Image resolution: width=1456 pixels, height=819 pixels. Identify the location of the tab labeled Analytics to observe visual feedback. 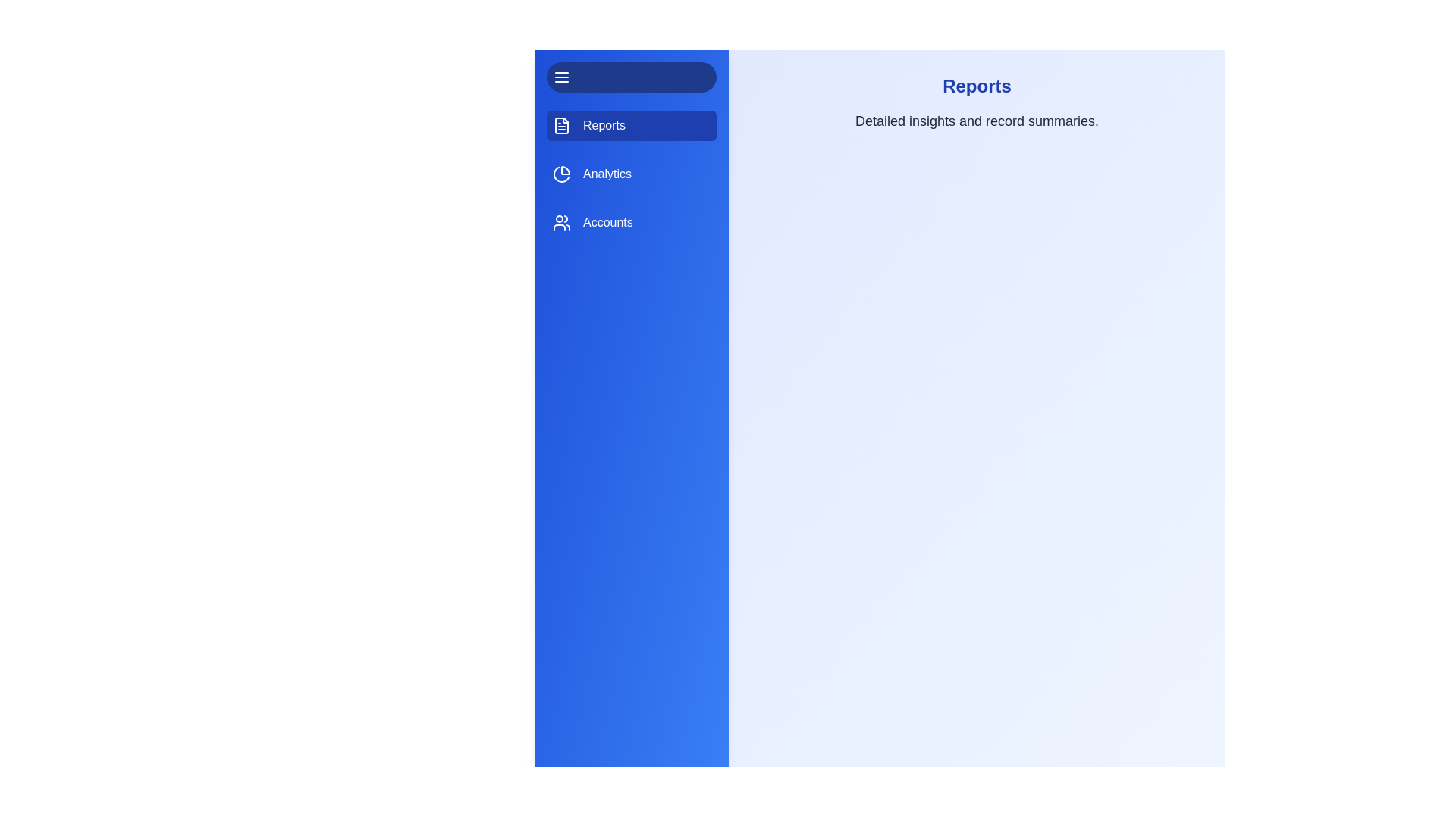
(632, 174).